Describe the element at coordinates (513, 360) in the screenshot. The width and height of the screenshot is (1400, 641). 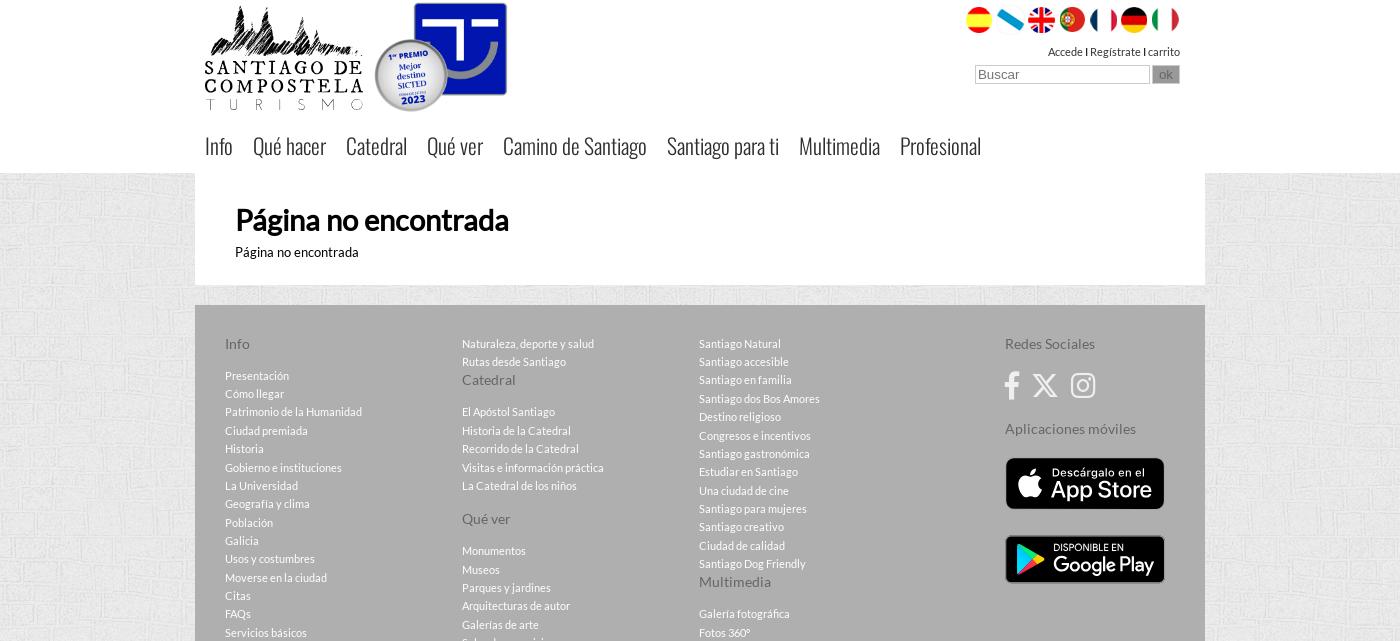
I see `'Rutas desde Santiago'` at that location.